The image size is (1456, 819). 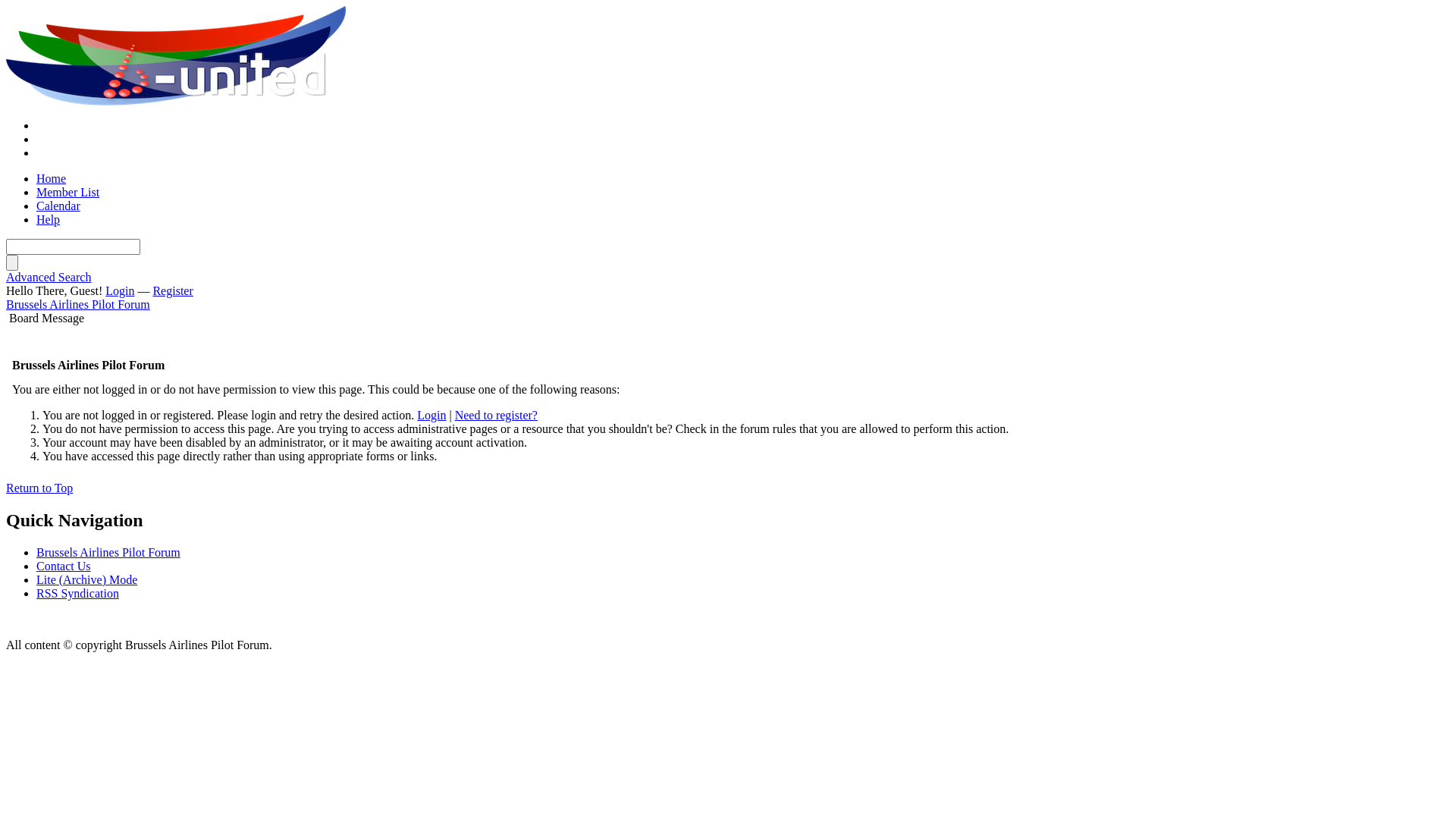 What do you see at coordinates (172, 290) in the screenshot?
I see `'Register'` at bounding box center [172, 290].